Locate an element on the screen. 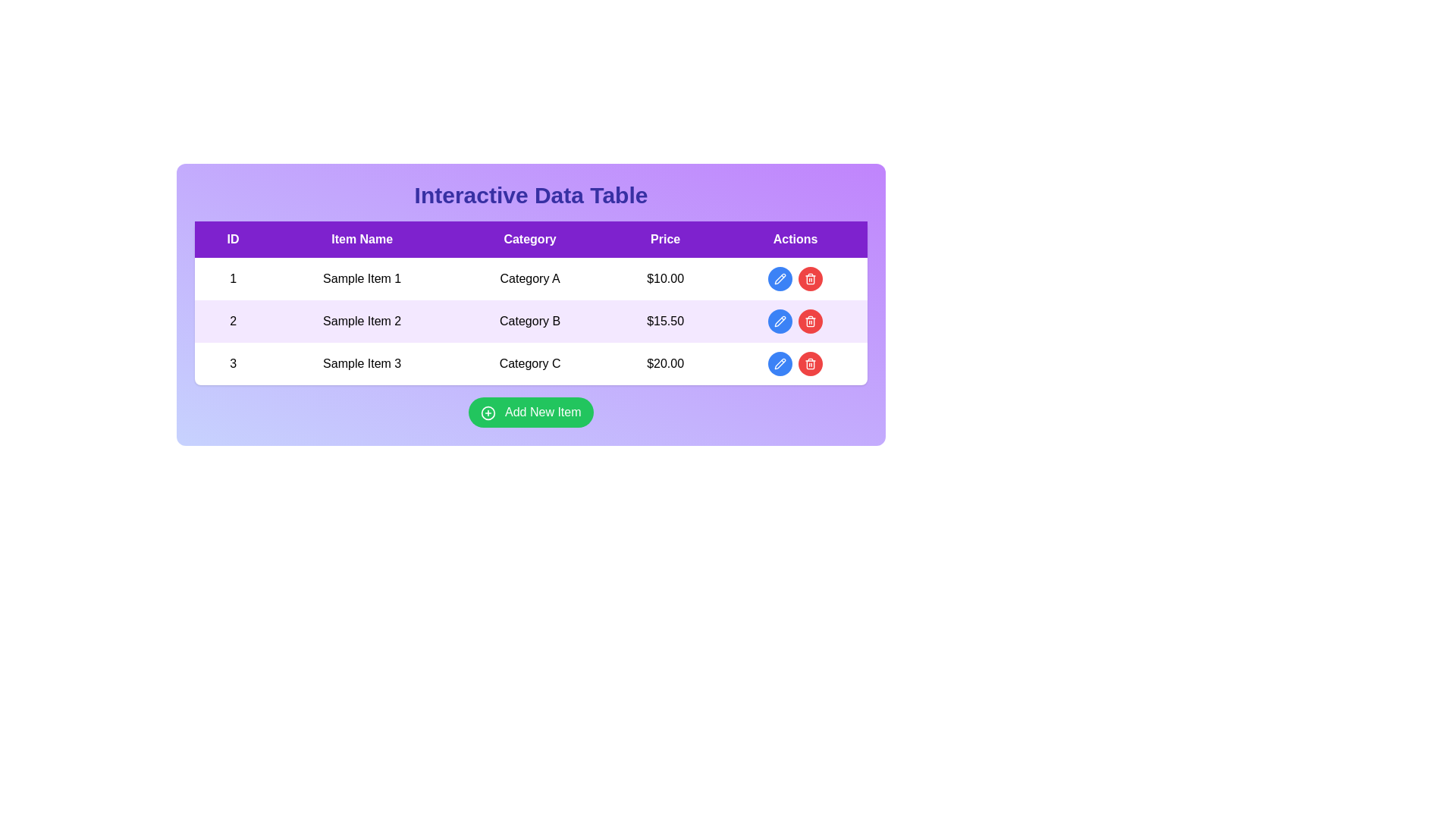 The height and width of the screenshot is (819, 1456). the trash can icon with a red circular background in the 'Actions' column of the second row of the table to initiate a delete action is located at coordinates (810, 321).